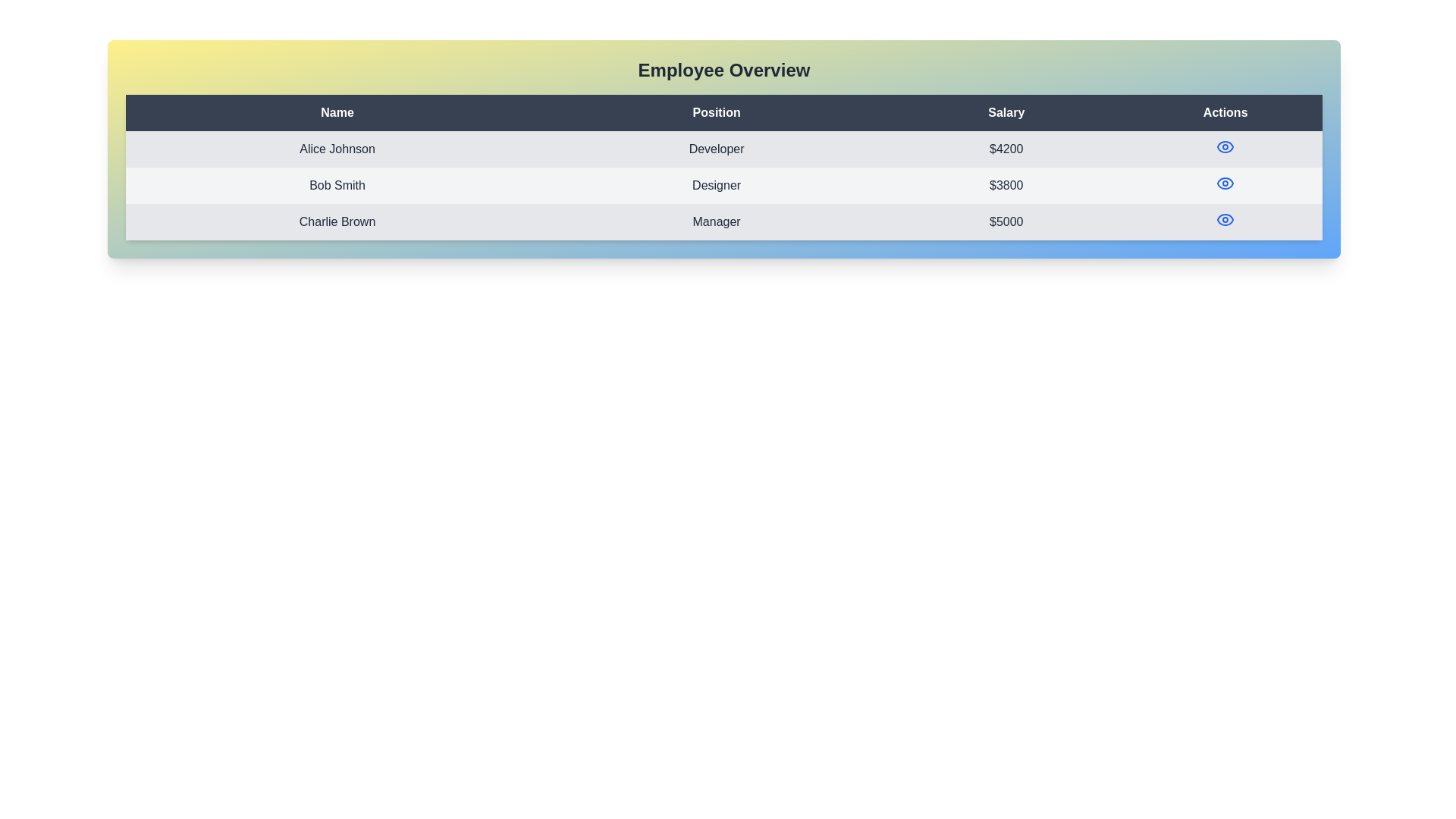 Image resolution: width=1456 pixels, height=819 pixels. Describe the element at coordinates (723, 222) in the screenshot. I see `the data row element in the employee information table, located between 'Bob Smith' and the table's bottom border, aligned with headers 'Name', 'Position', and 'Salary'` at that location.